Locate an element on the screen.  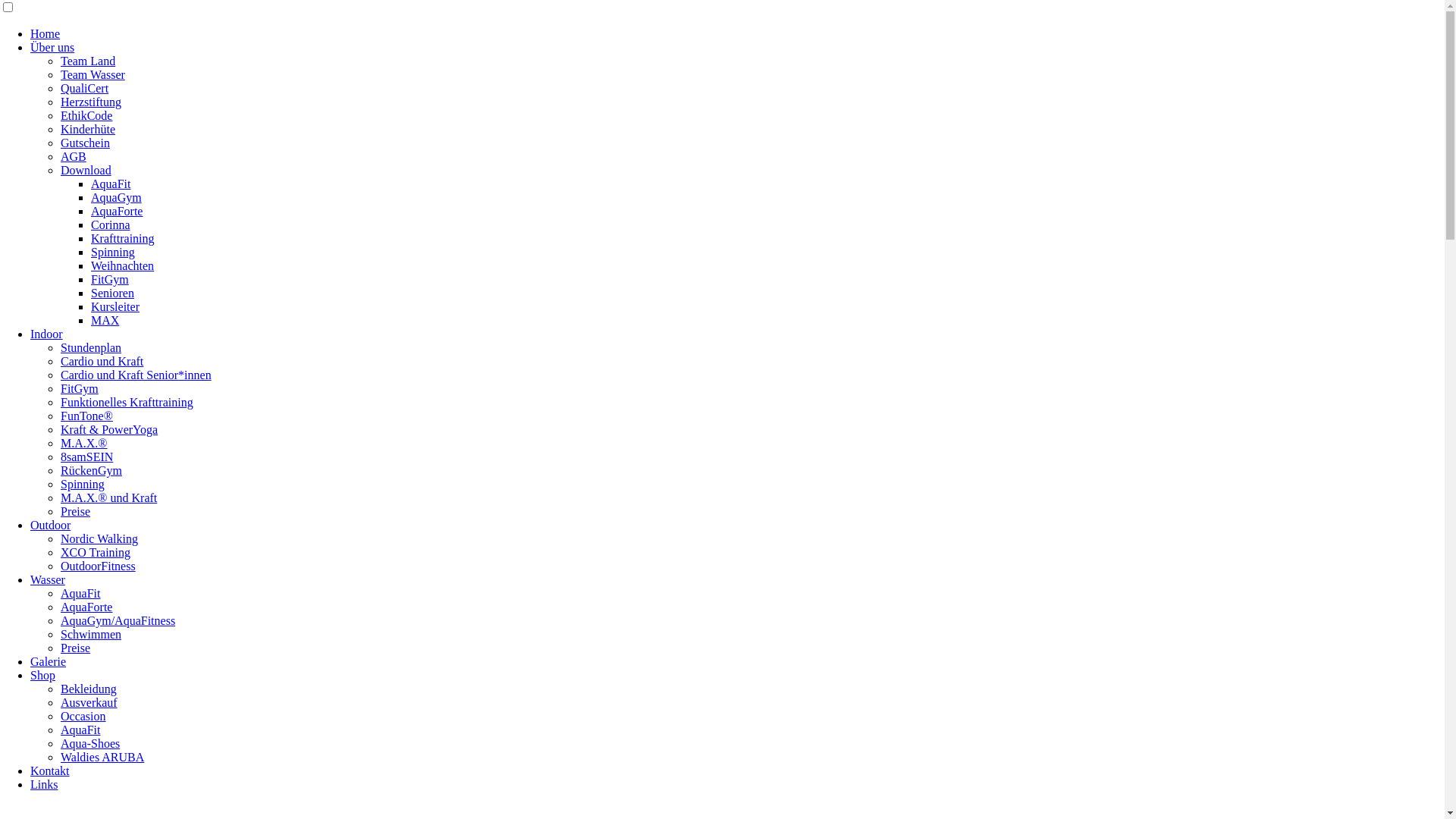
'Shop' is located at coordinates (42, 674).